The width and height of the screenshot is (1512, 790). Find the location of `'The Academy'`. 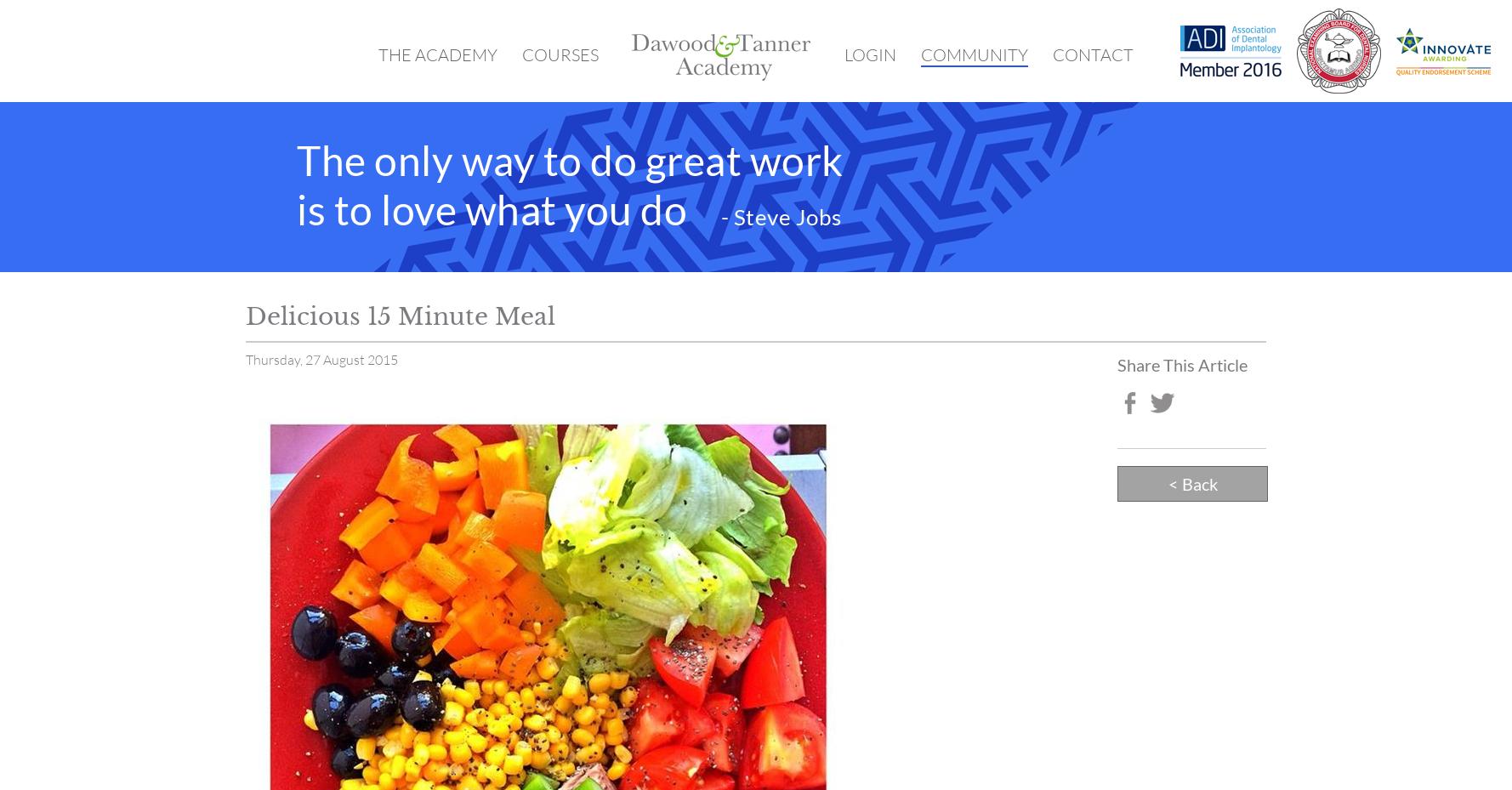

'The Academy' is located at coordinates (438, 54).